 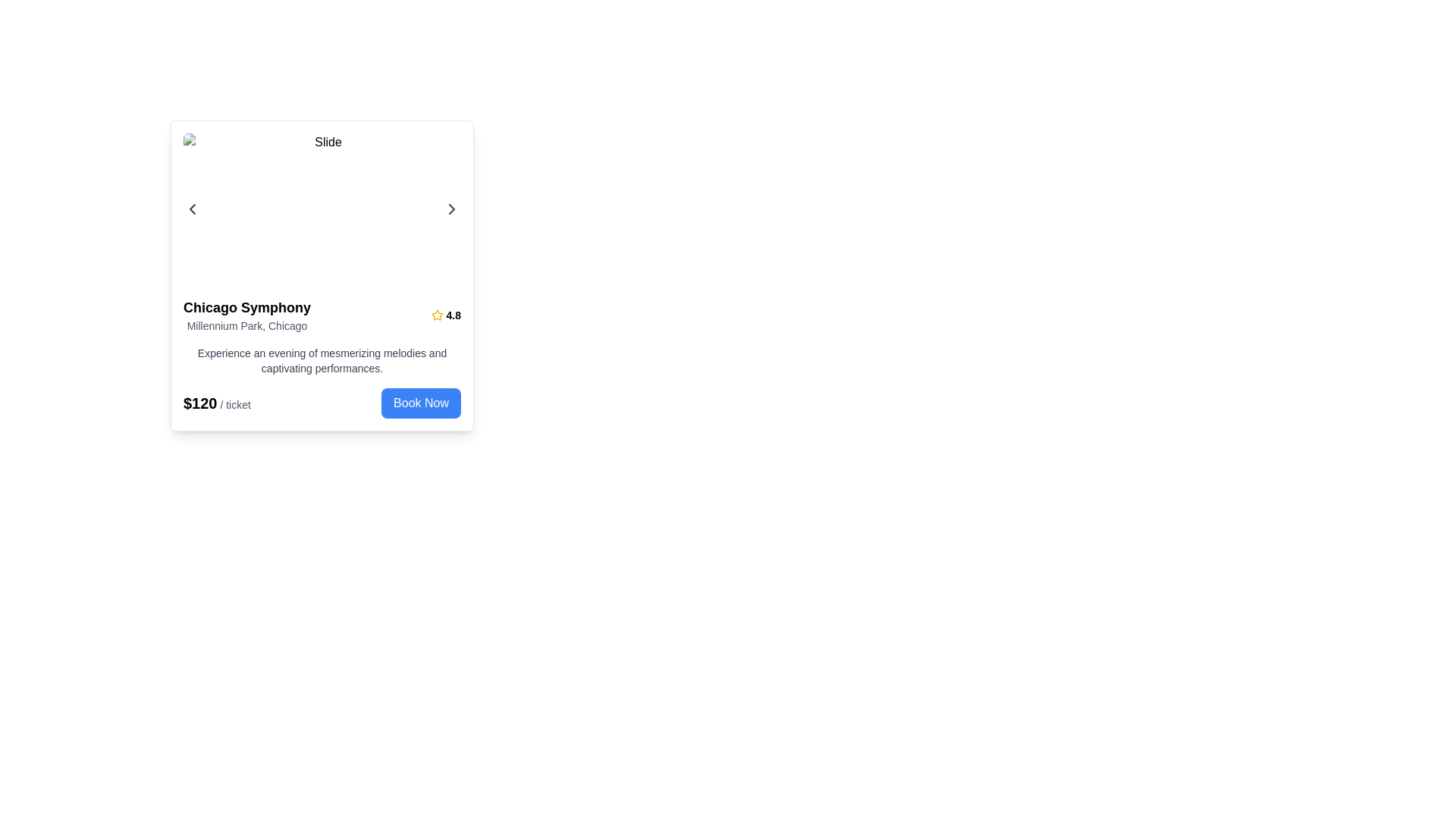 What do you see at coordinates (436, 315) in the screenshot?
I see `the small hollow outline yellow star icon located to the left of the text '4.8' in the top-right region of the main card below the title 'Chicago Symphony'` at bounding box center [436, 315].